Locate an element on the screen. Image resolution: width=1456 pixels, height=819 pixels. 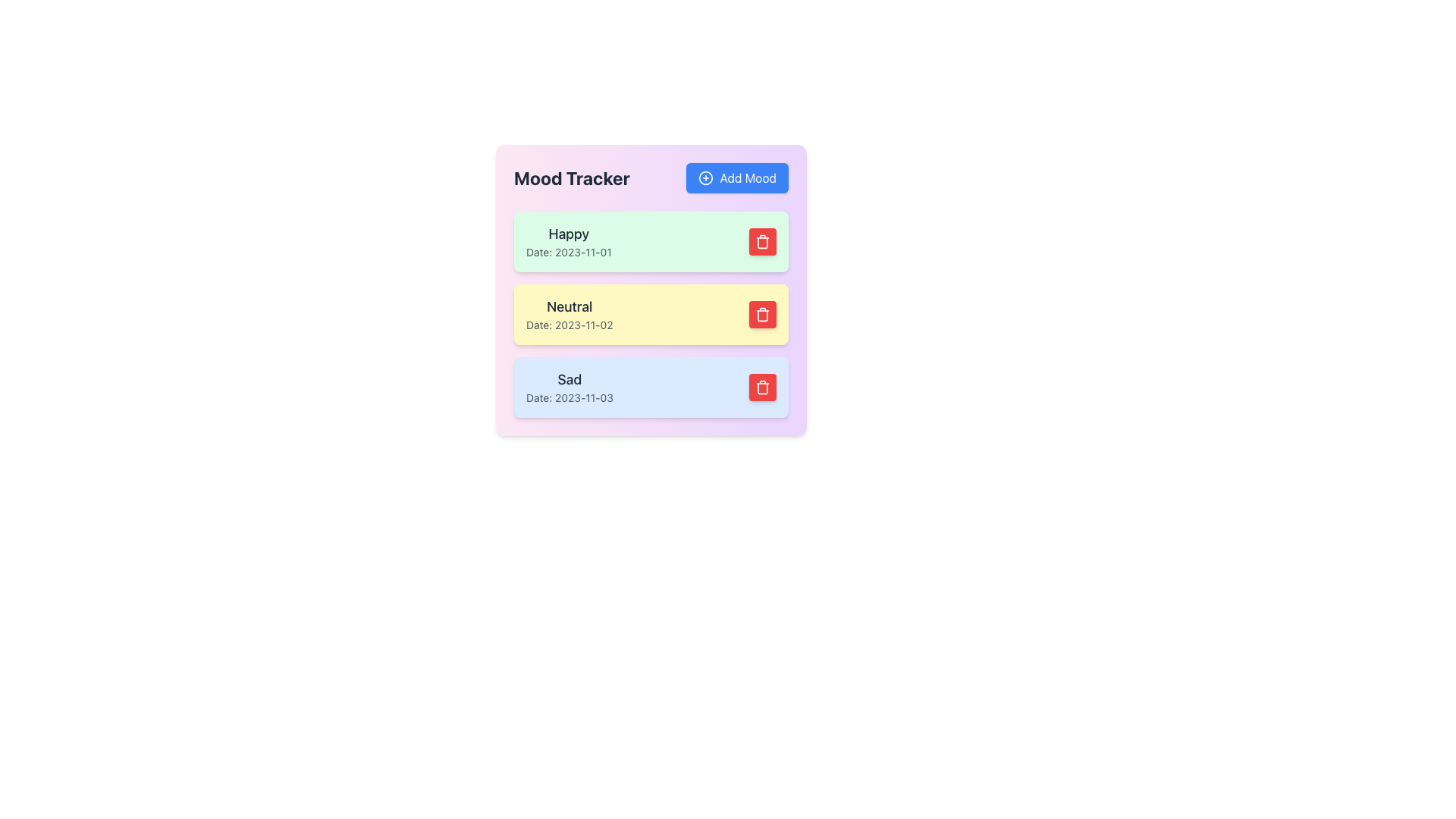
the delete button for the 'Sad' mood entry in the mood tracker list is located at coordinates (763, 386).